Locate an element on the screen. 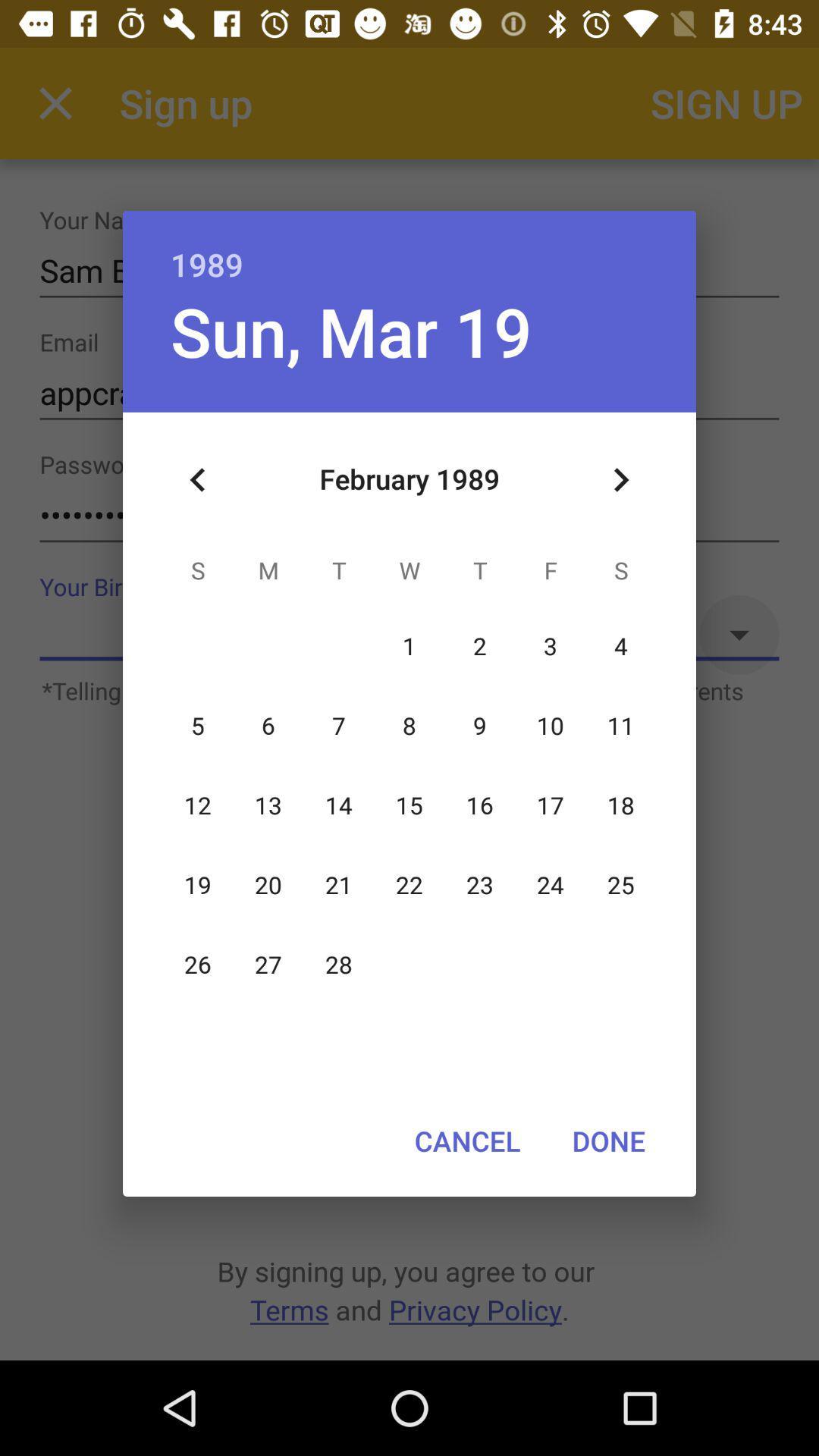 The width and height of the screenshot is (819, 1456). icon at the top left corner is located at coordinates (197, 479).